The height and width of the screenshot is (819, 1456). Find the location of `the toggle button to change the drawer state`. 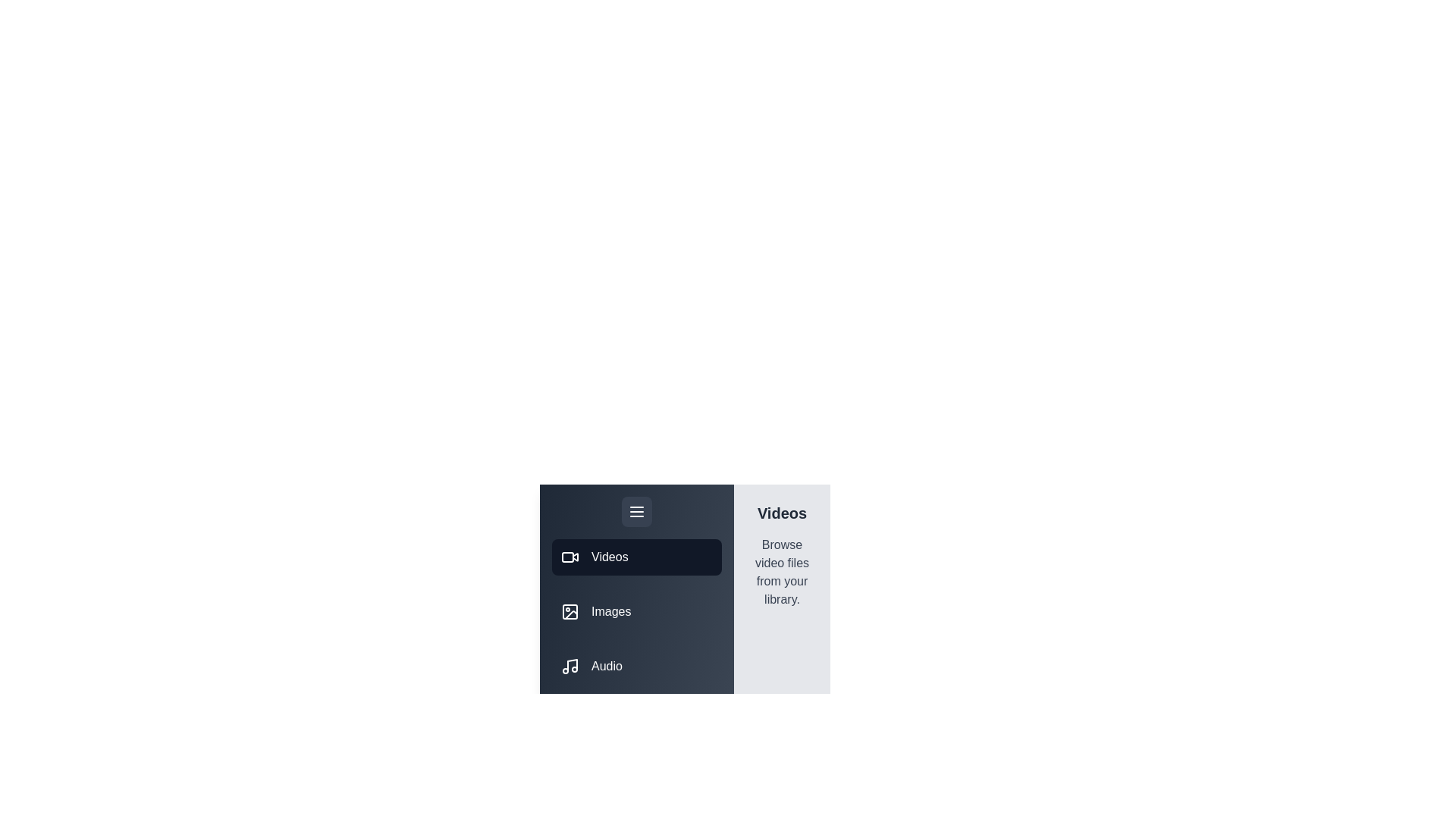

the toggle button to change the drawer state is located at coordinates (637, 512).